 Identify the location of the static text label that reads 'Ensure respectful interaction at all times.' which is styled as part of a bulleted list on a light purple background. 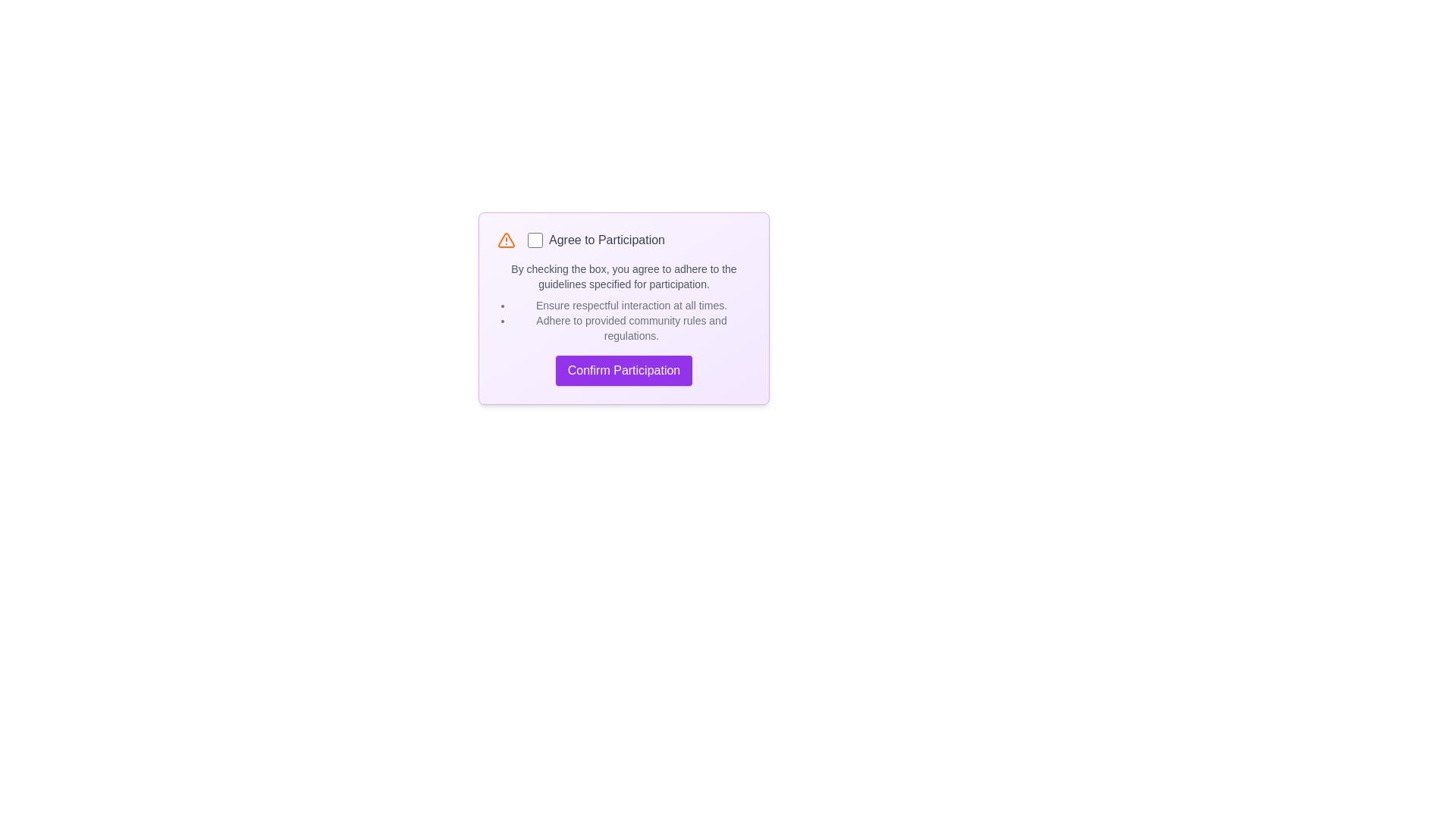
(632, 305).